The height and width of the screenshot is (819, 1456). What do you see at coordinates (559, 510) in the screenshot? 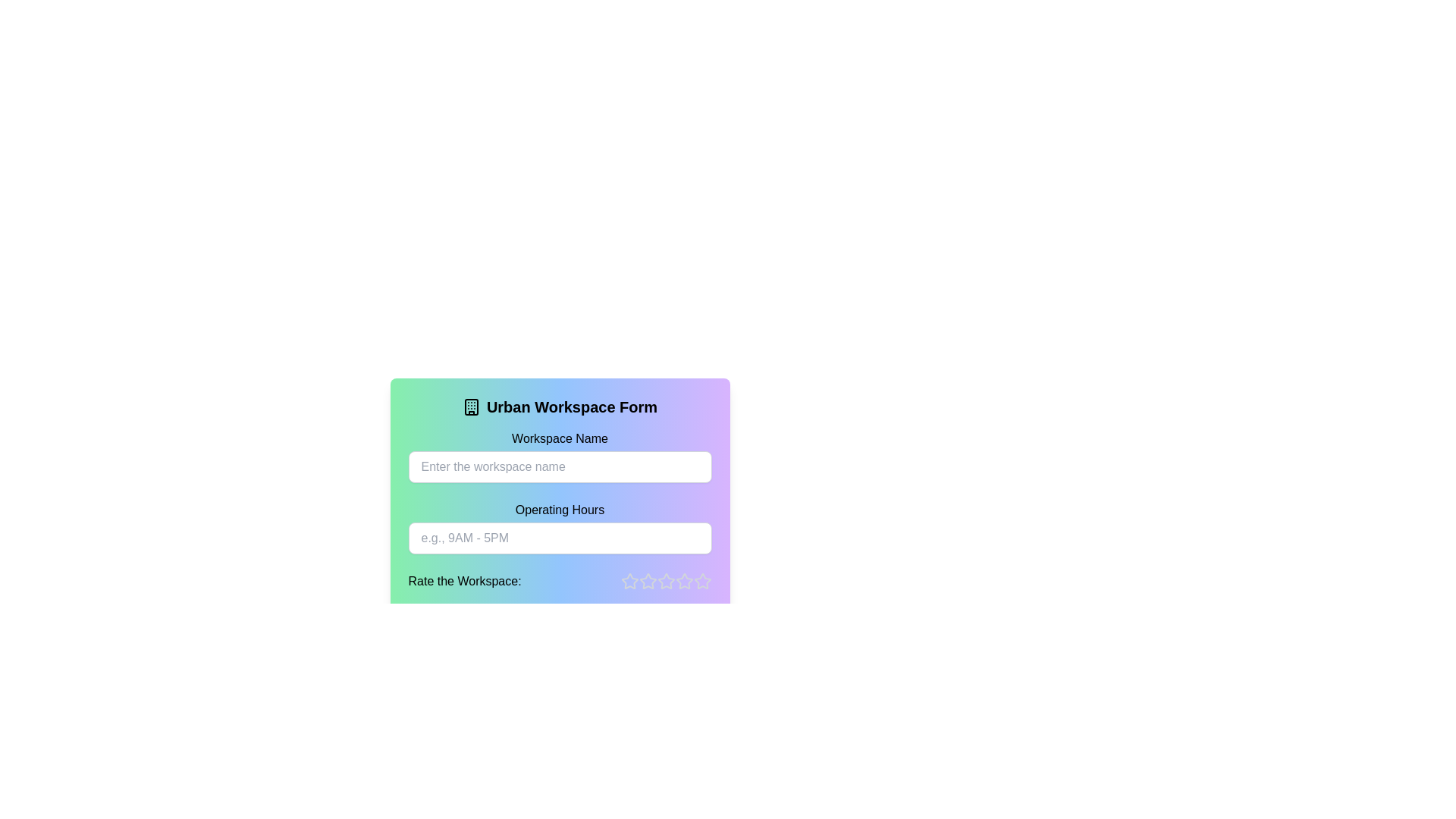
I see `the Text label that provides context for the operating hours input field, positioned horizontally centered above the placeholder text input 'e.g., 9AM - 5PM'` at bounding box center [559, 510].